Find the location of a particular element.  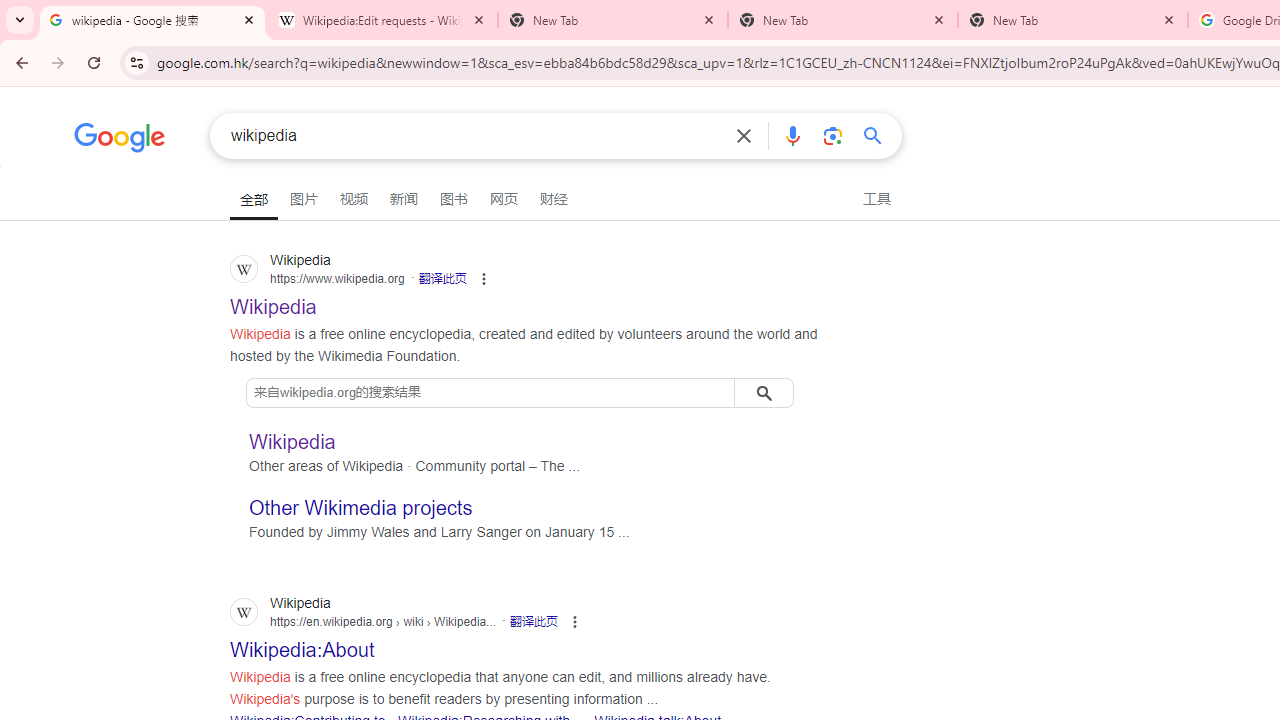

'Back' is located at coordinates (19, 61).